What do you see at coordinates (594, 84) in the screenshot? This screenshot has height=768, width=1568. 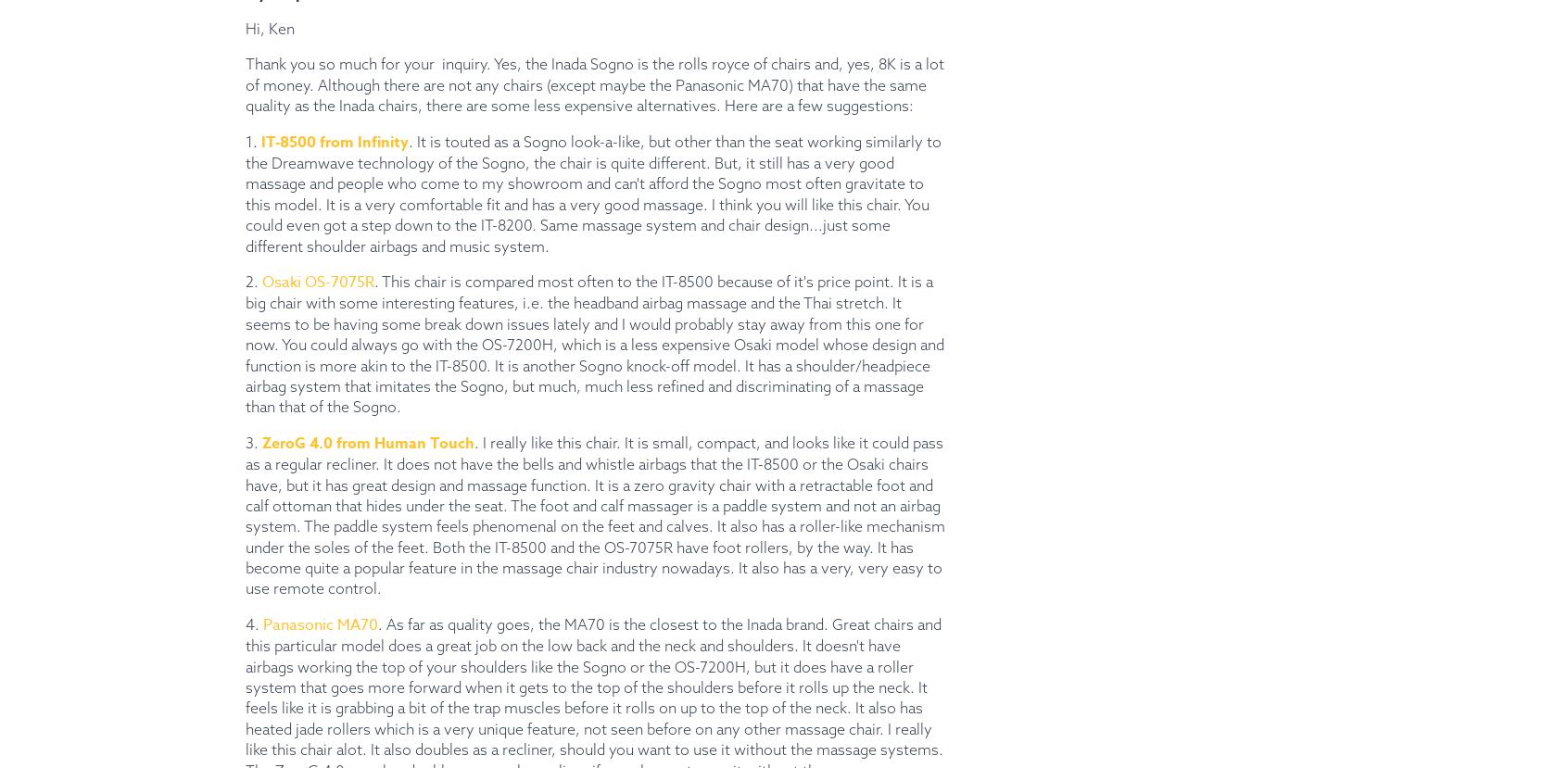 I see `'Thank you so much for your  inquiry. Yes, the Inada Sogno is the rolls royce of chairs and, yes, 8K is a lot of money. Although there are not any chairs (except maybe the Panasonic MA70) that have the same quality as the Inada chairs, there are some less expensive alternatives. Here are a few suggestions:'` at bounding box center [594, 84].